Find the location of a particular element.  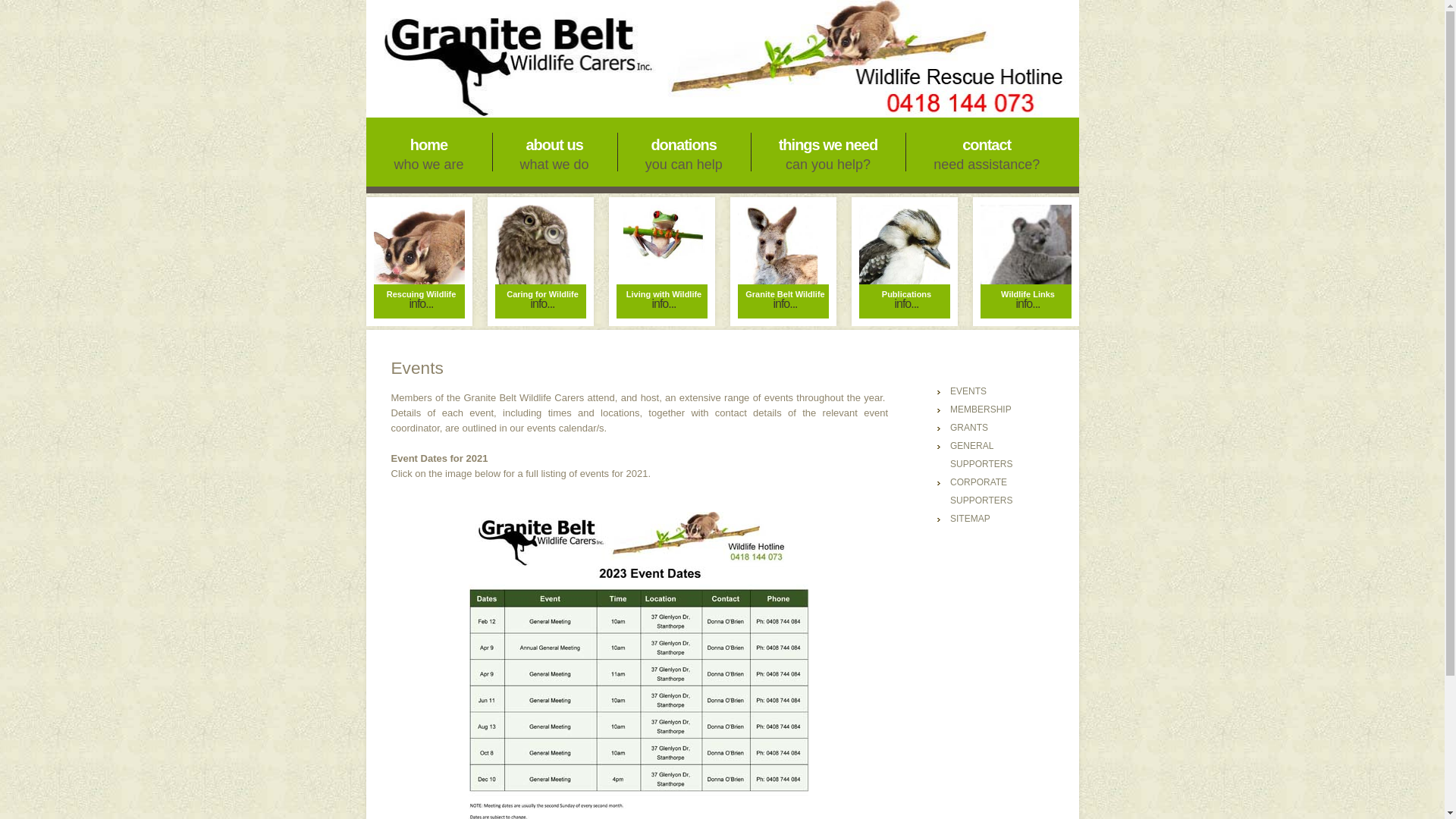

'donations is located at coordinates (683, 152).